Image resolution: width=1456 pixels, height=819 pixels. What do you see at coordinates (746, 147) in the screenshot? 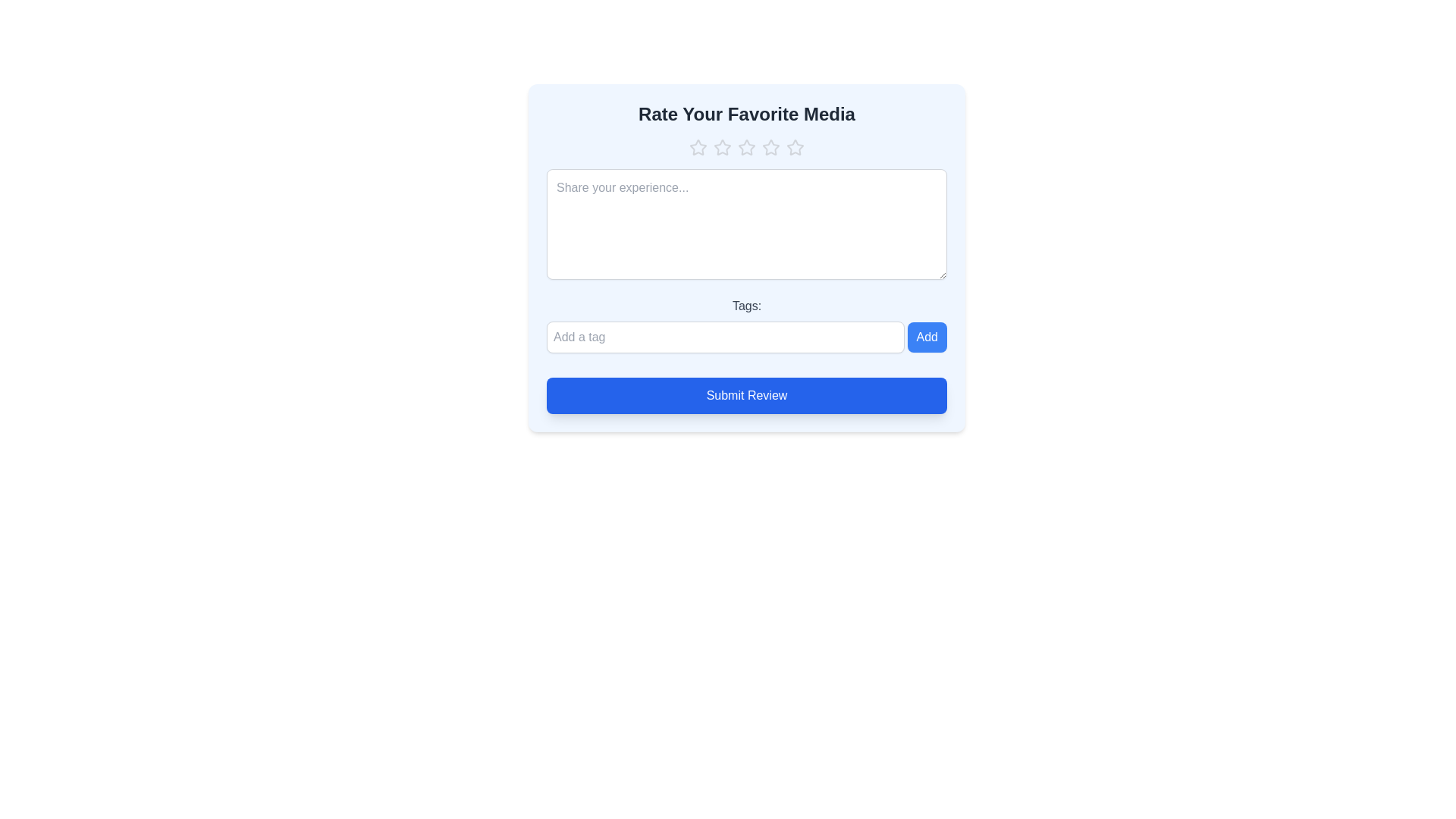
I see `the star icon` at bounding box center [746, 147].